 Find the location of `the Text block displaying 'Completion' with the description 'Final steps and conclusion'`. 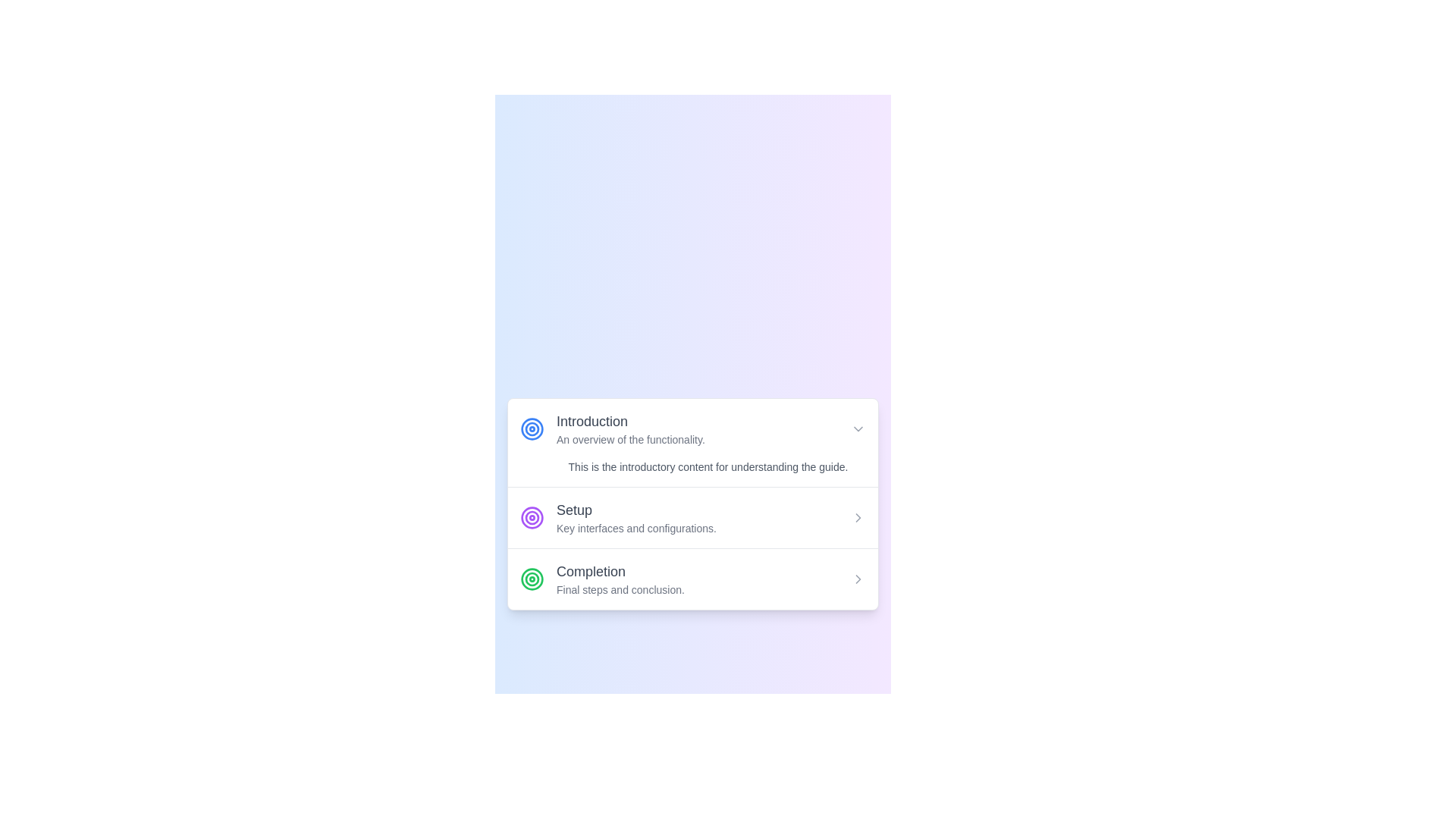

the Text block displaying 'Completion' with the description 'Final steps and conclusion' is located at coordinates (620, 579).